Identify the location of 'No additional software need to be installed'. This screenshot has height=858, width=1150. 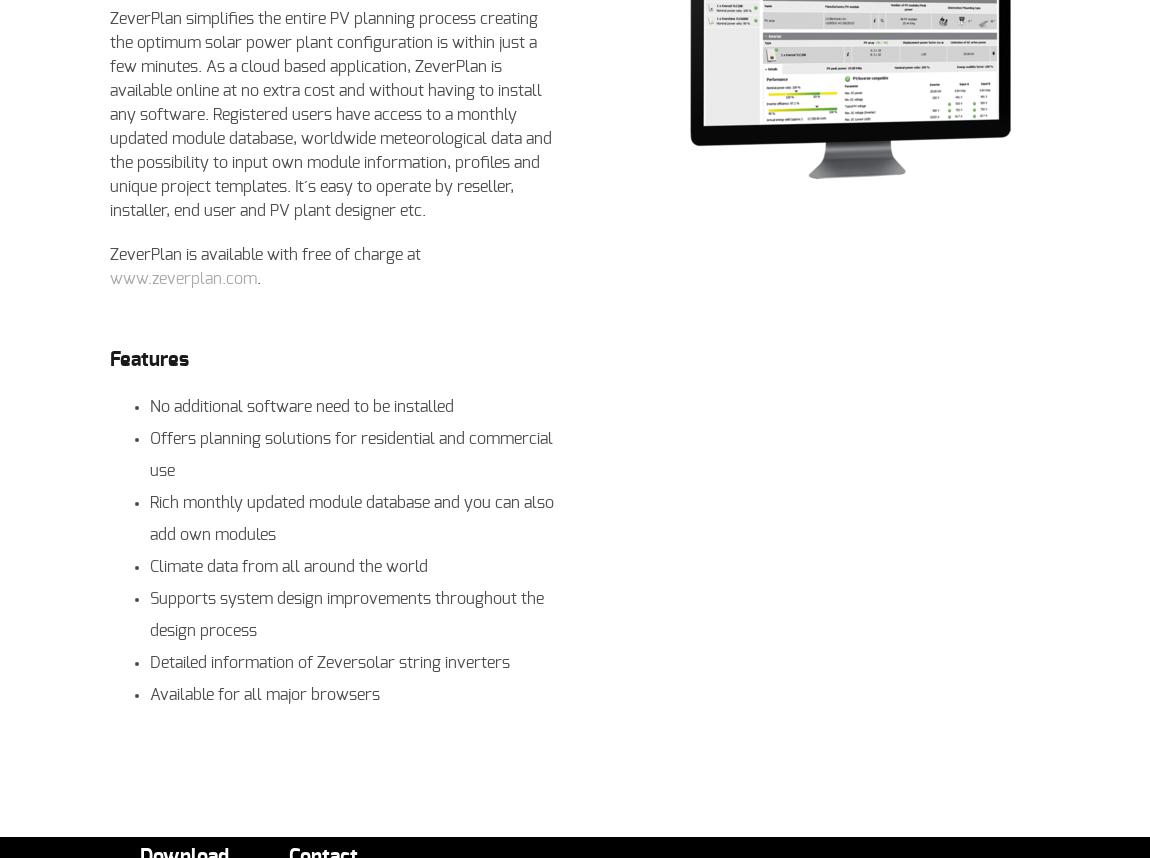
(301, 406).